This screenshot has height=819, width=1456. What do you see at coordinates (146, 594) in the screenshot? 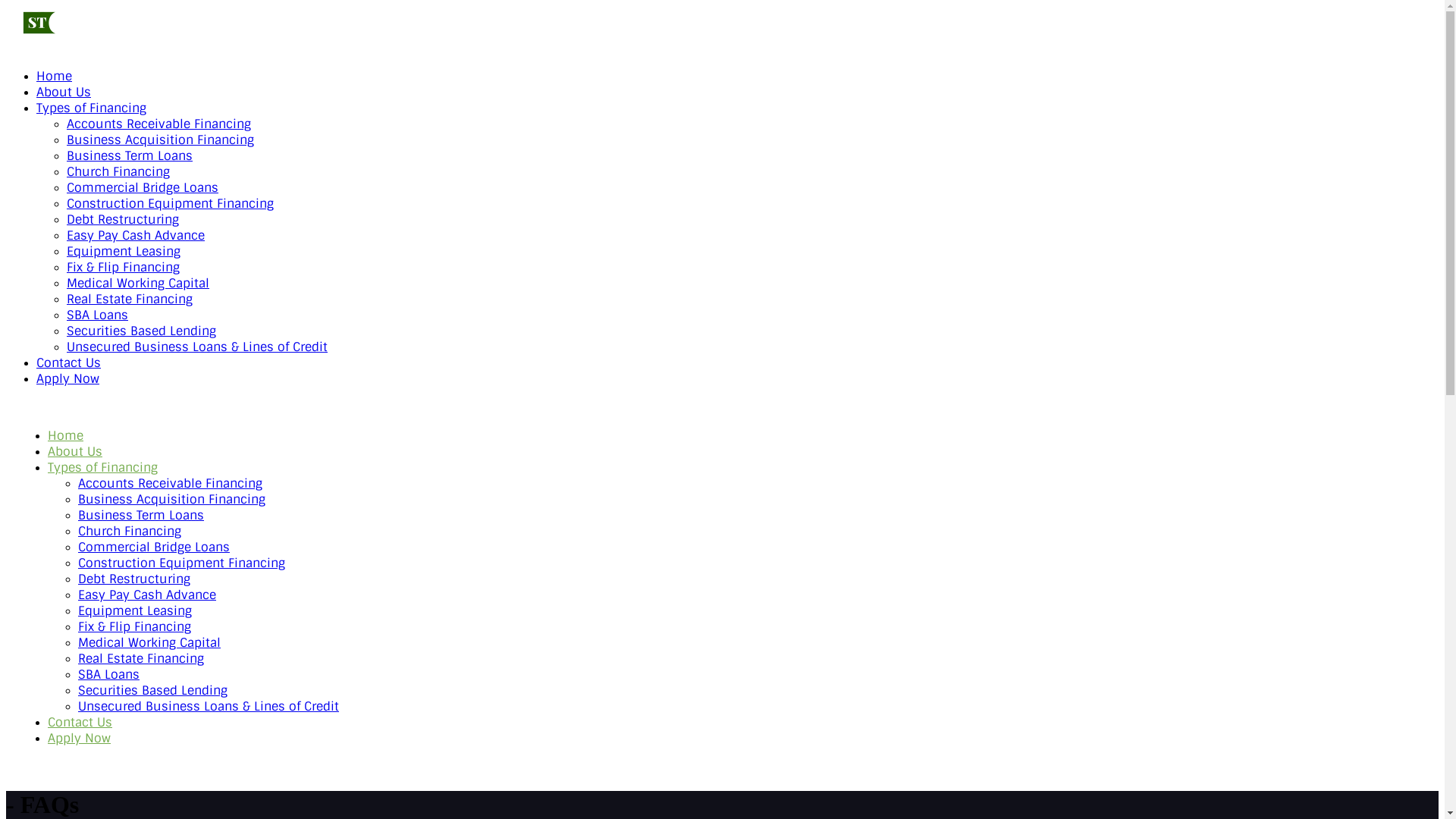
I see `'Easy Pay Cash Advance'` at bounding box center [146, 594].